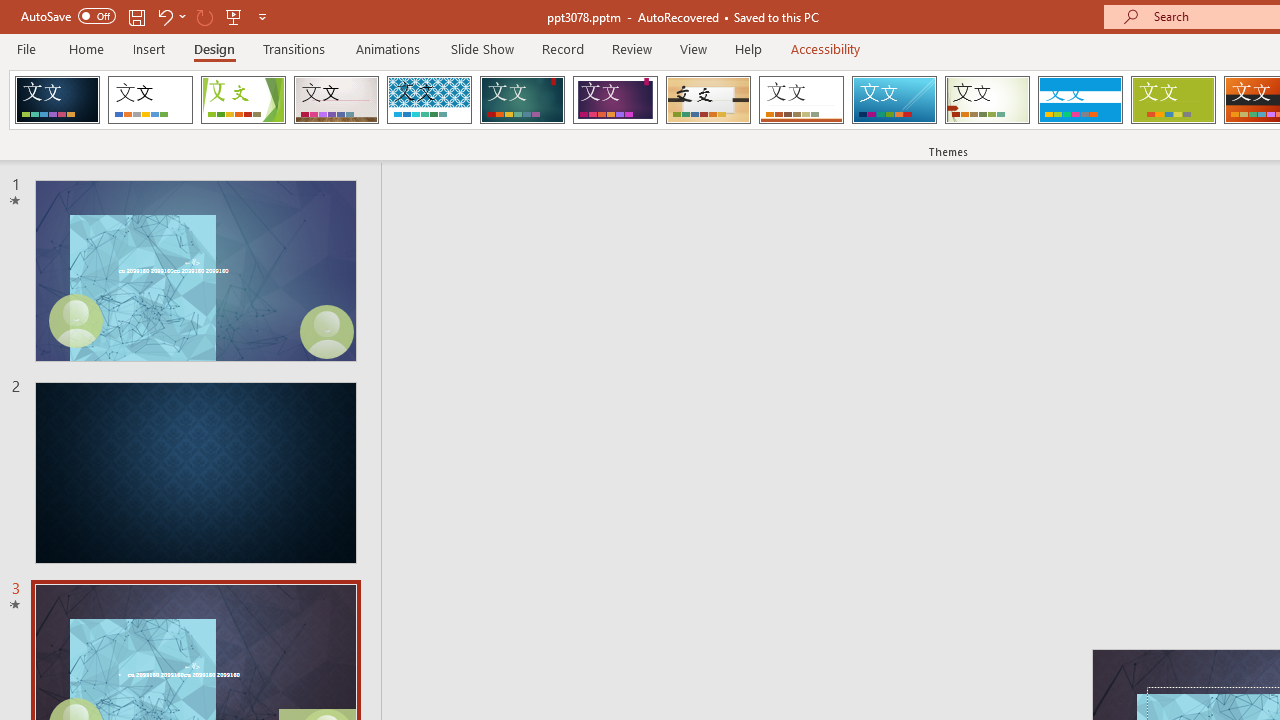 The height and width of the screenshot is (720, 1280). I want to click on 'Wisp', so click(987, 100).